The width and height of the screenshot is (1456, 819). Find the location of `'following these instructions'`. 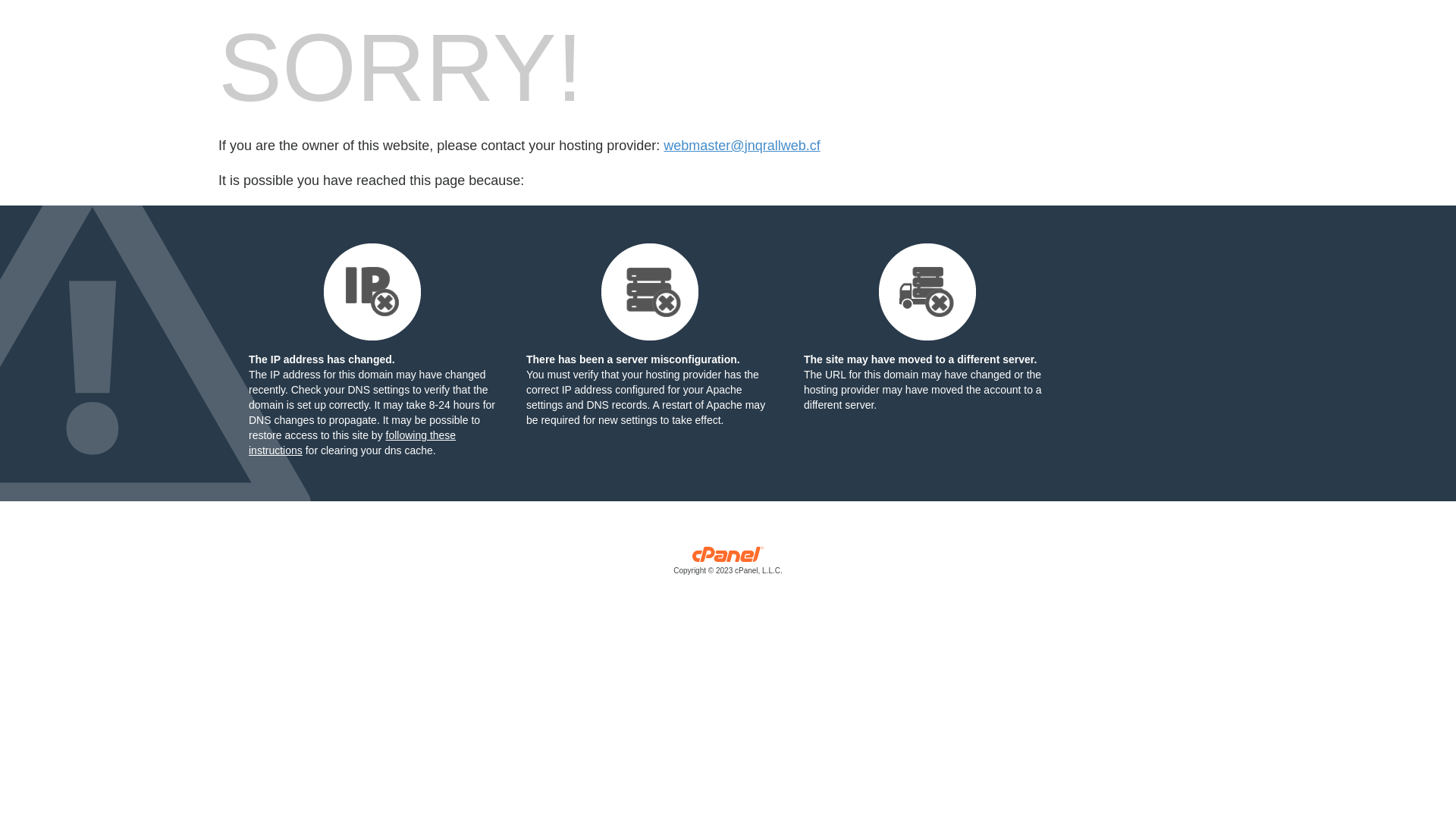

'following these instructions' is located at coordinates (351, 442).